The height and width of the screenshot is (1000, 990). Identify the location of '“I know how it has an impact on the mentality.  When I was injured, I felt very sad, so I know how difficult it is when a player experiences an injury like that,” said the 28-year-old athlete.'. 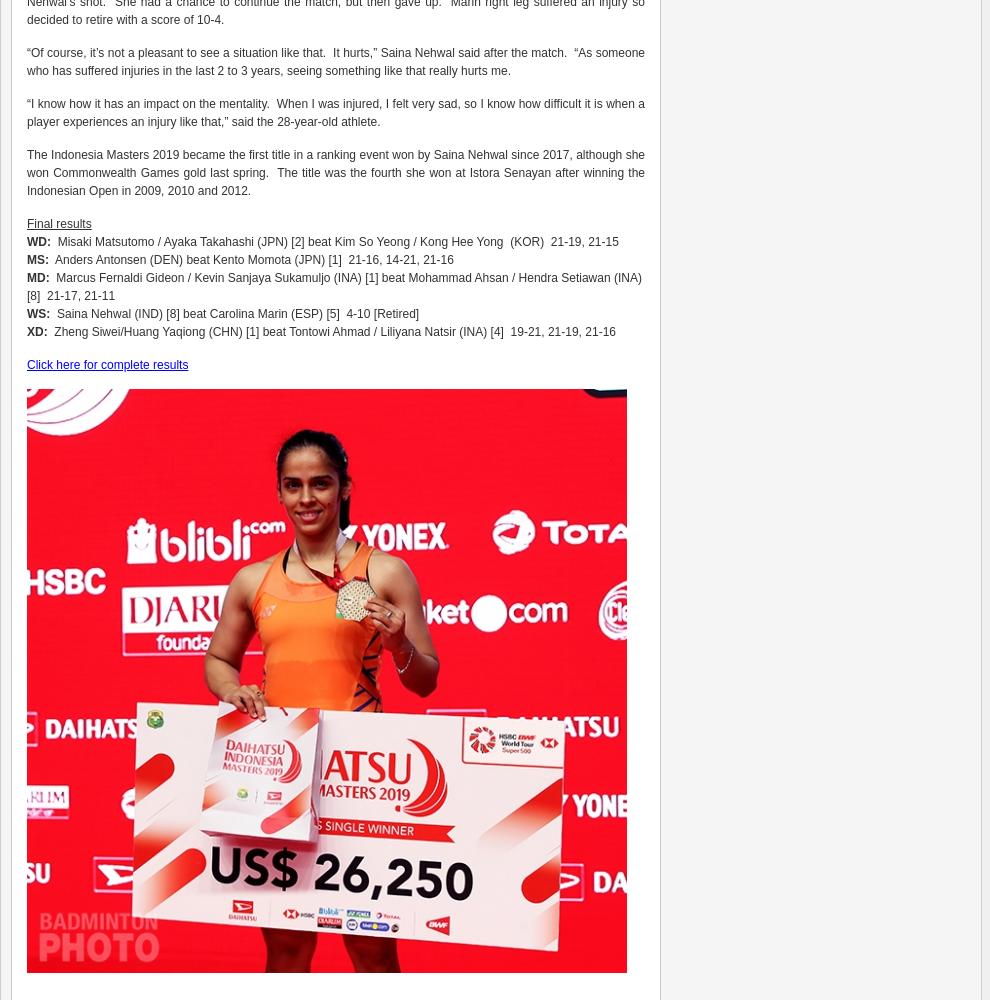
(335, 112).